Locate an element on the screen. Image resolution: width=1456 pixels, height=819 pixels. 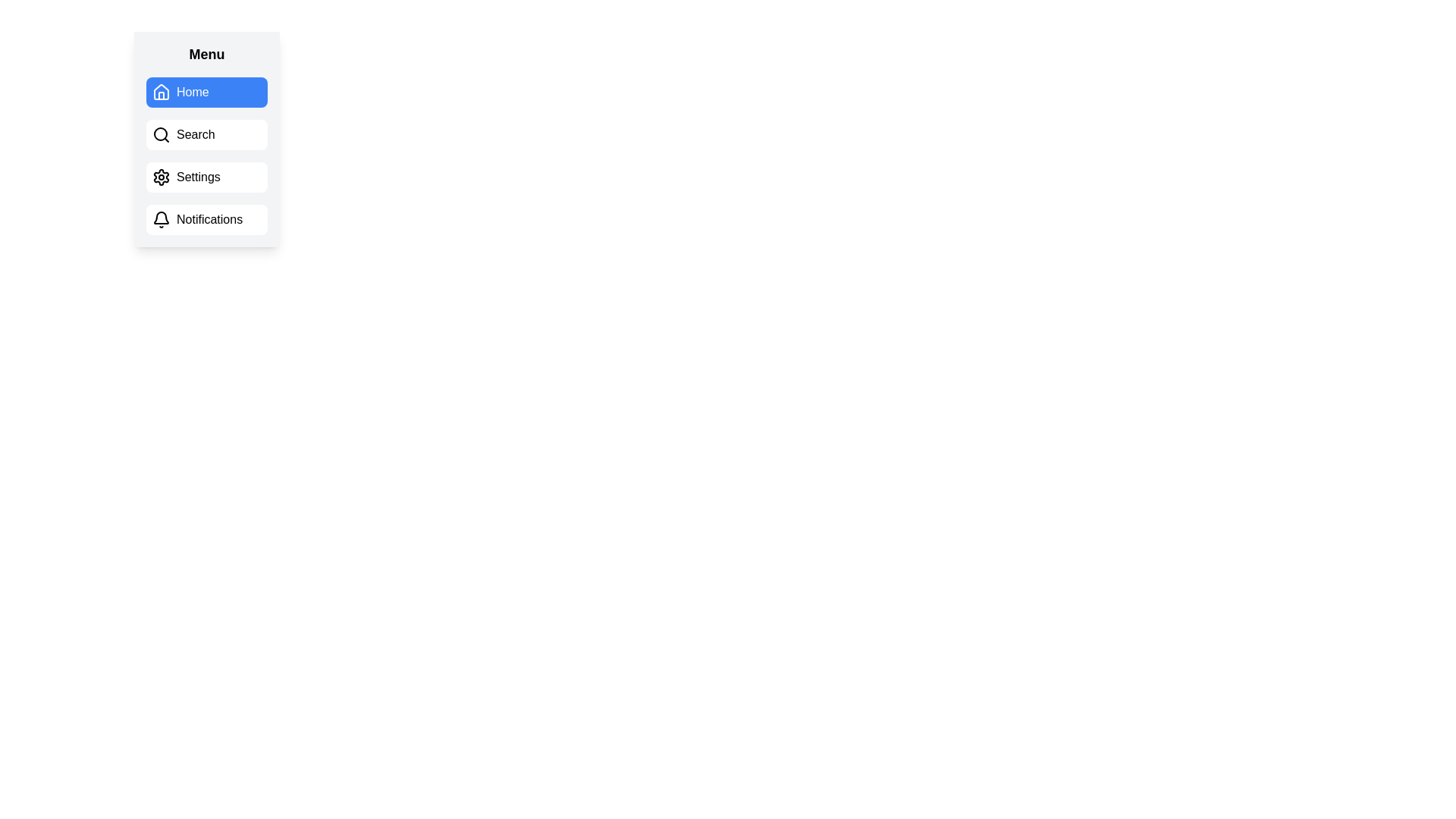
the 'Search' button located in the sidebar menu, which is the second button from the top is located at coordinates (206, 133).